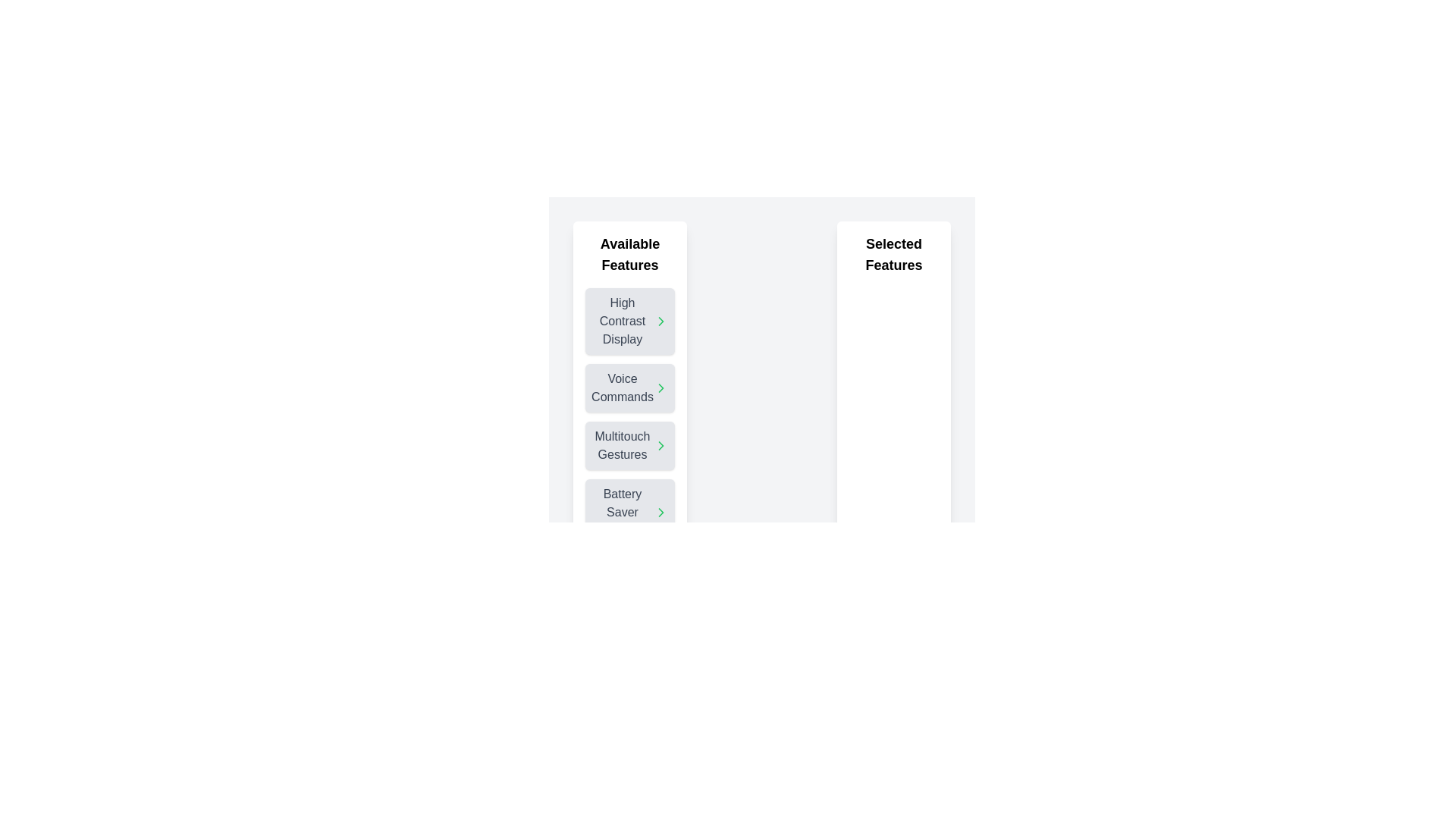  Describe the element at coordinates (661, 321) in the screenshot. I see `the transfer button for the item 'High Contrast Display' in the available features list to move it to the selected features list` at that location.